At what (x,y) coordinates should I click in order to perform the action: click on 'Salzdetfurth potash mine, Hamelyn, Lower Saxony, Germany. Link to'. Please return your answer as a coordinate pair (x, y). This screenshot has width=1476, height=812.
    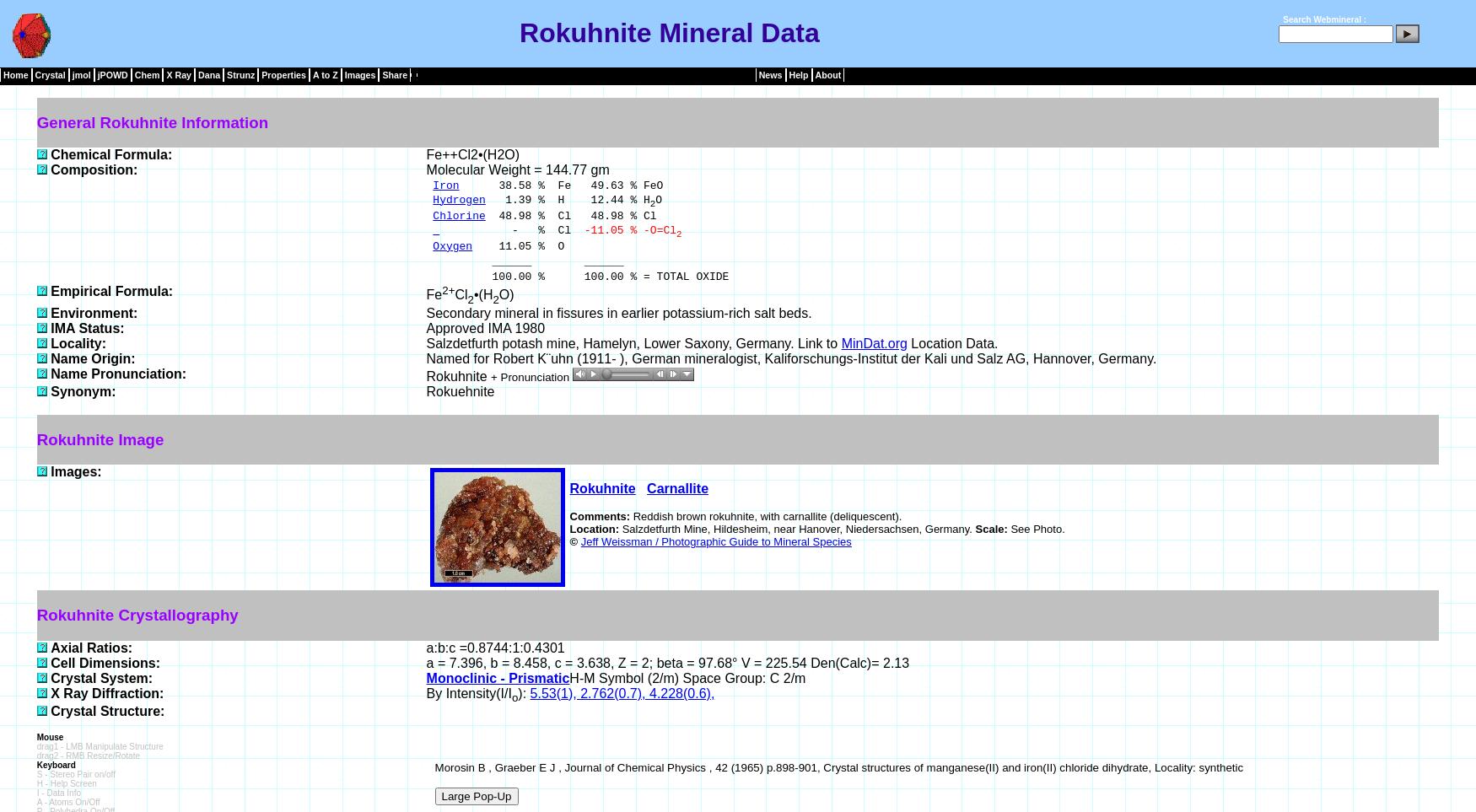
    Looking at the image, I should click on (633, 342).